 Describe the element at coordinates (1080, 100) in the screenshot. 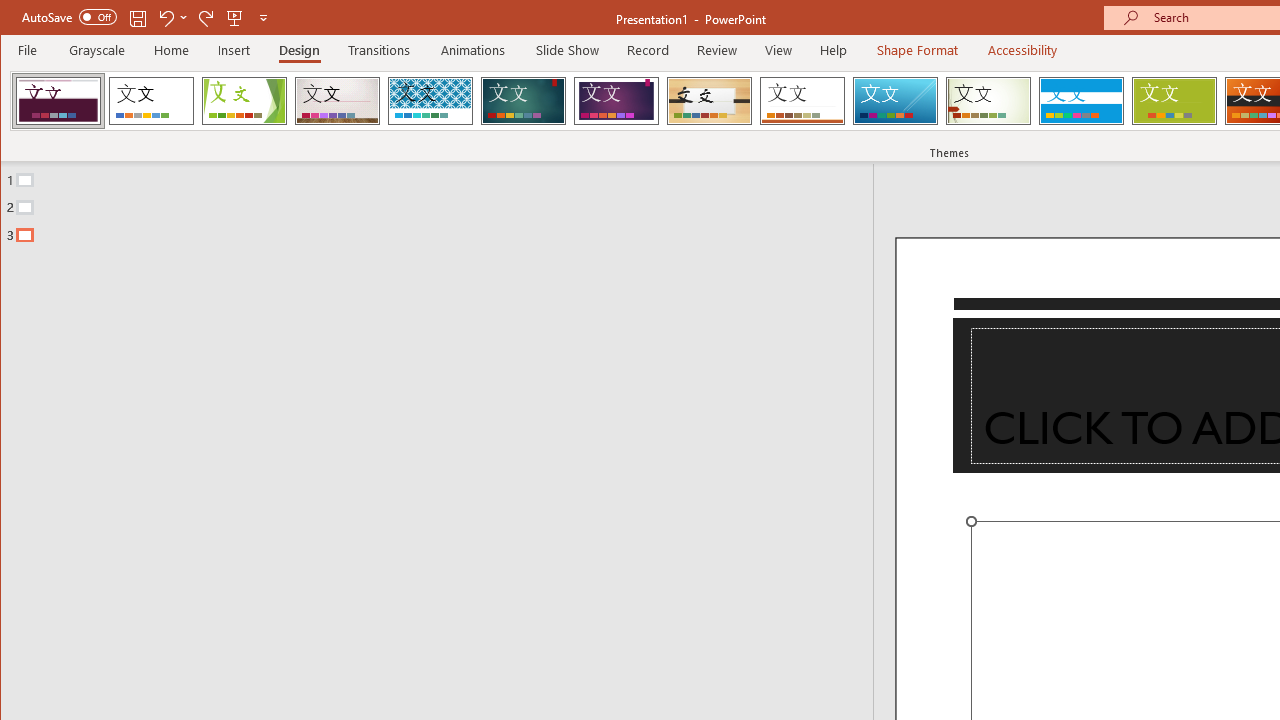

I see `'Banded'` at that location.